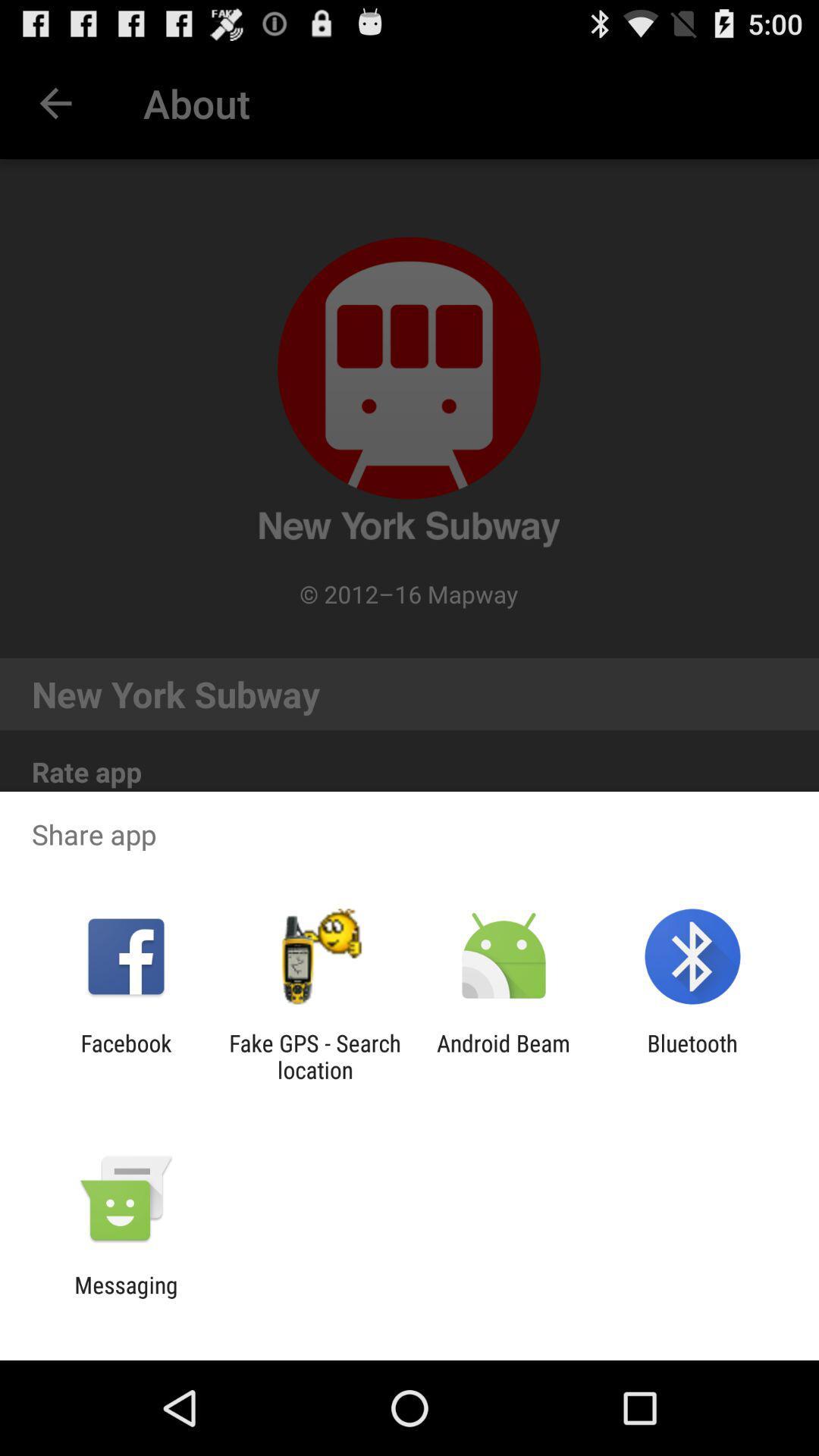 This screenshot has height=1456, width=819. What do you see at coordinates (314, 1056) in the screenshot?
I see `item to the left of the android beam icon` at bounding box center [314, 1056].